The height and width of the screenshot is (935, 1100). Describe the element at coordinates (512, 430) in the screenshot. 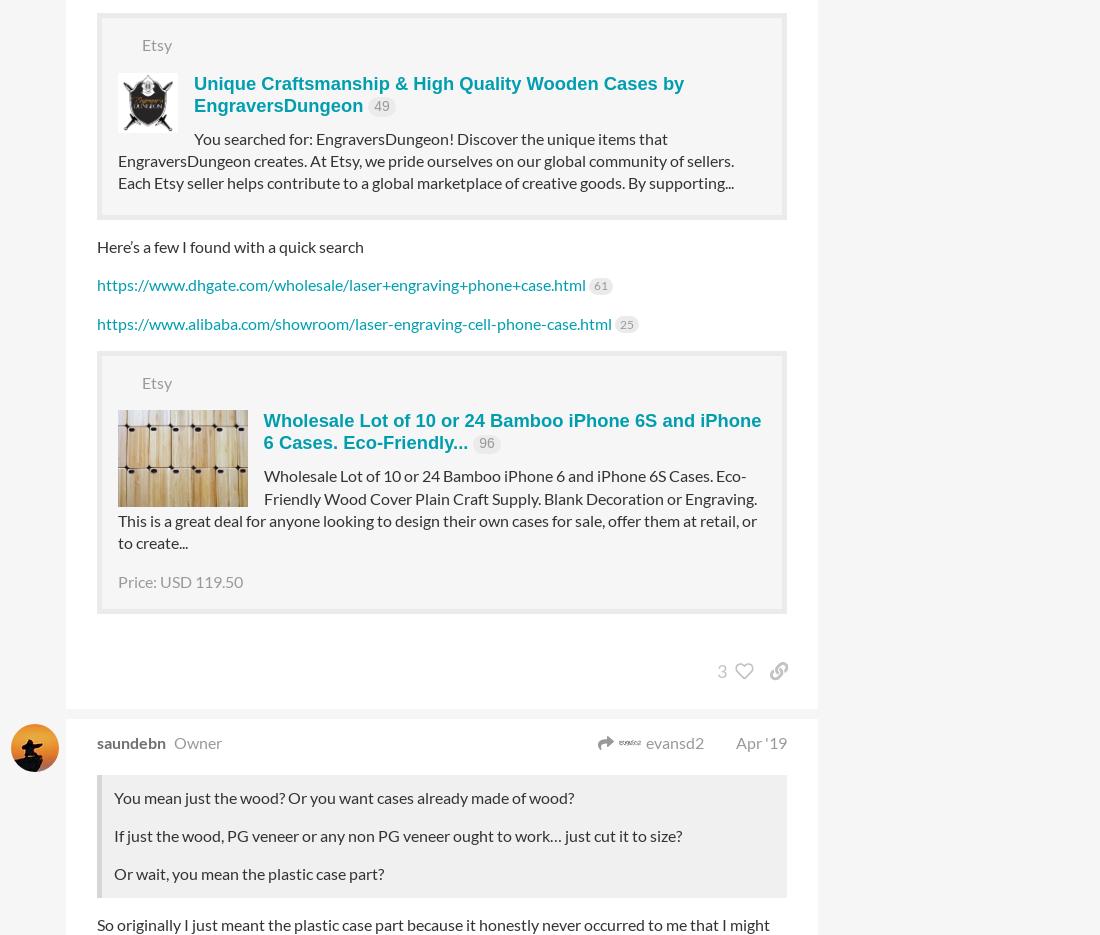

I see `'Wholesale Lot of 10 or 24 Bamboo iPhone 6S and iPhone 6 Cases. Eco-Friendly...'` at that location.